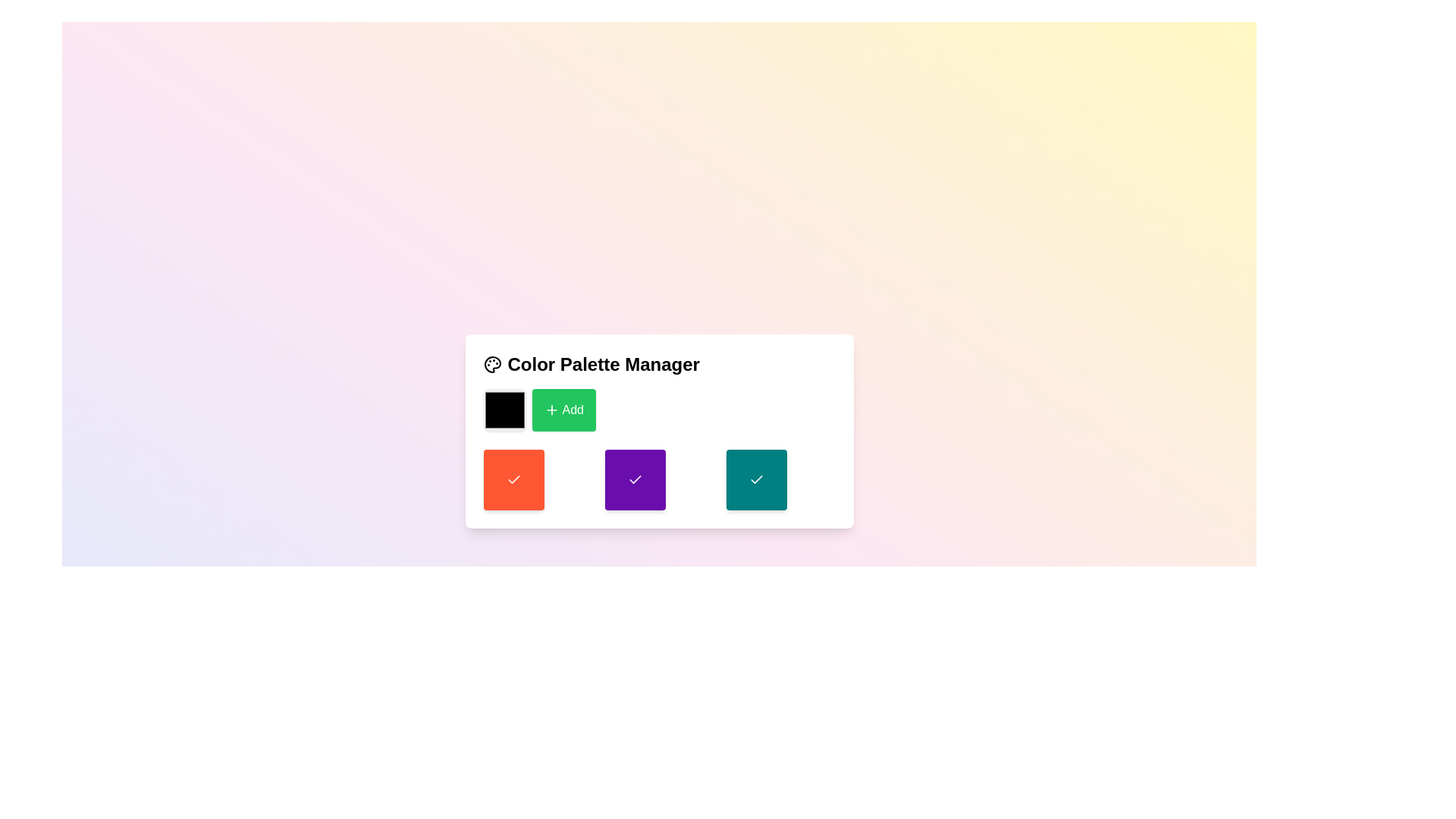 The height and width of the screenshot is (819, 1456). Describe the element at coordinates (492, 365) in the screenshot. I see `the palette icon, which is a circular shape with four smaller circles inside, located in the upper-left corner of the 'Color Palette Manager' panel` at that location.